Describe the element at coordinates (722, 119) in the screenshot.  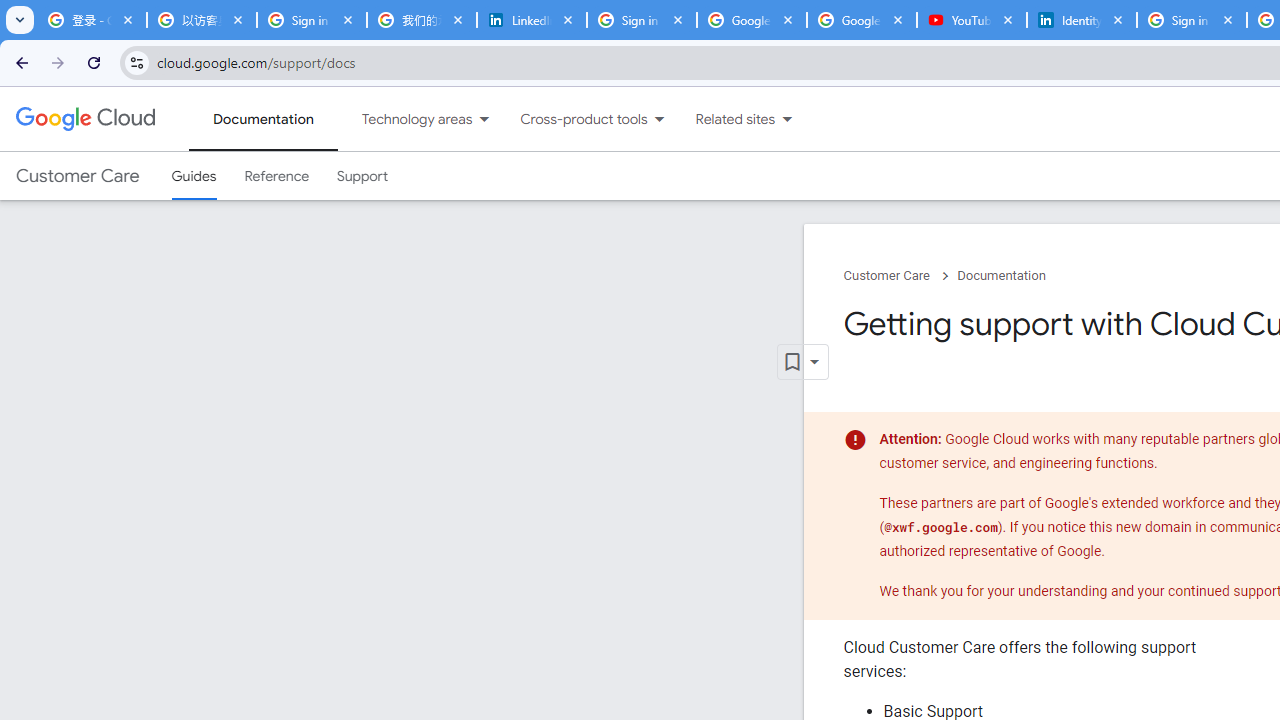
I see `'Related sites'` at that location.